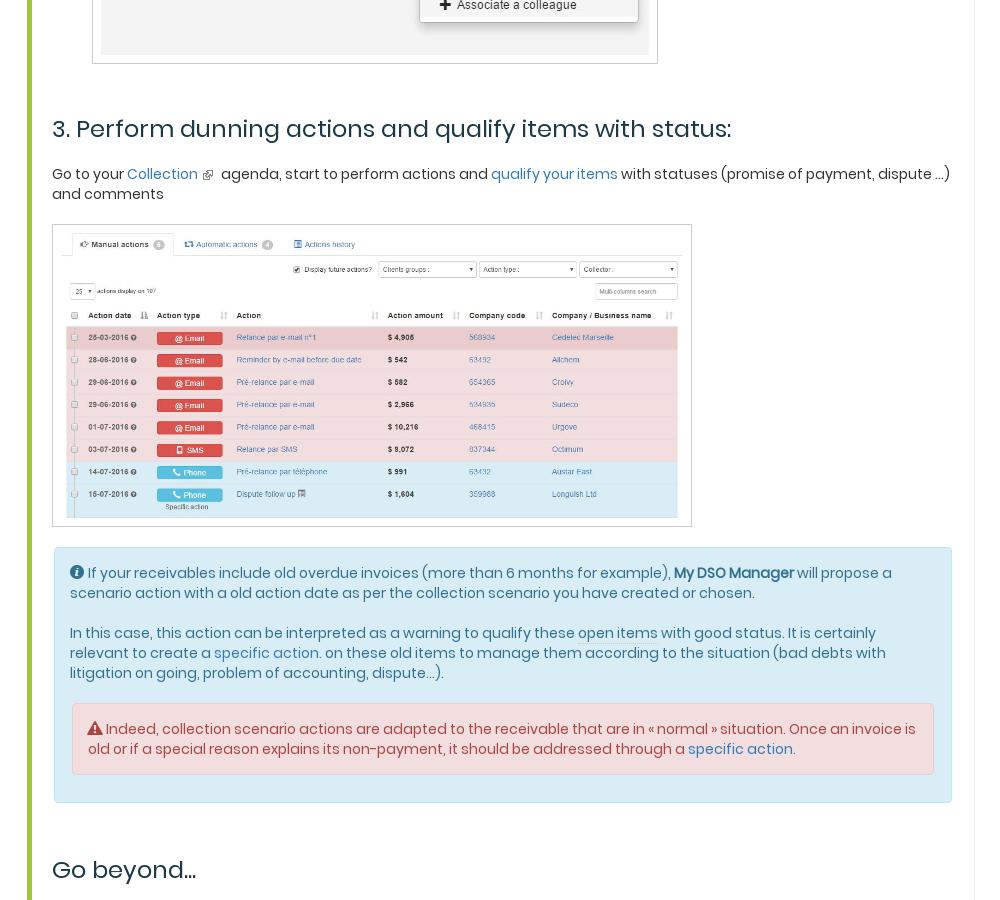  What do you see at coordinates (127, 173) in the screenshot?
I see `'Collection'` at bounding box center [127, 173].